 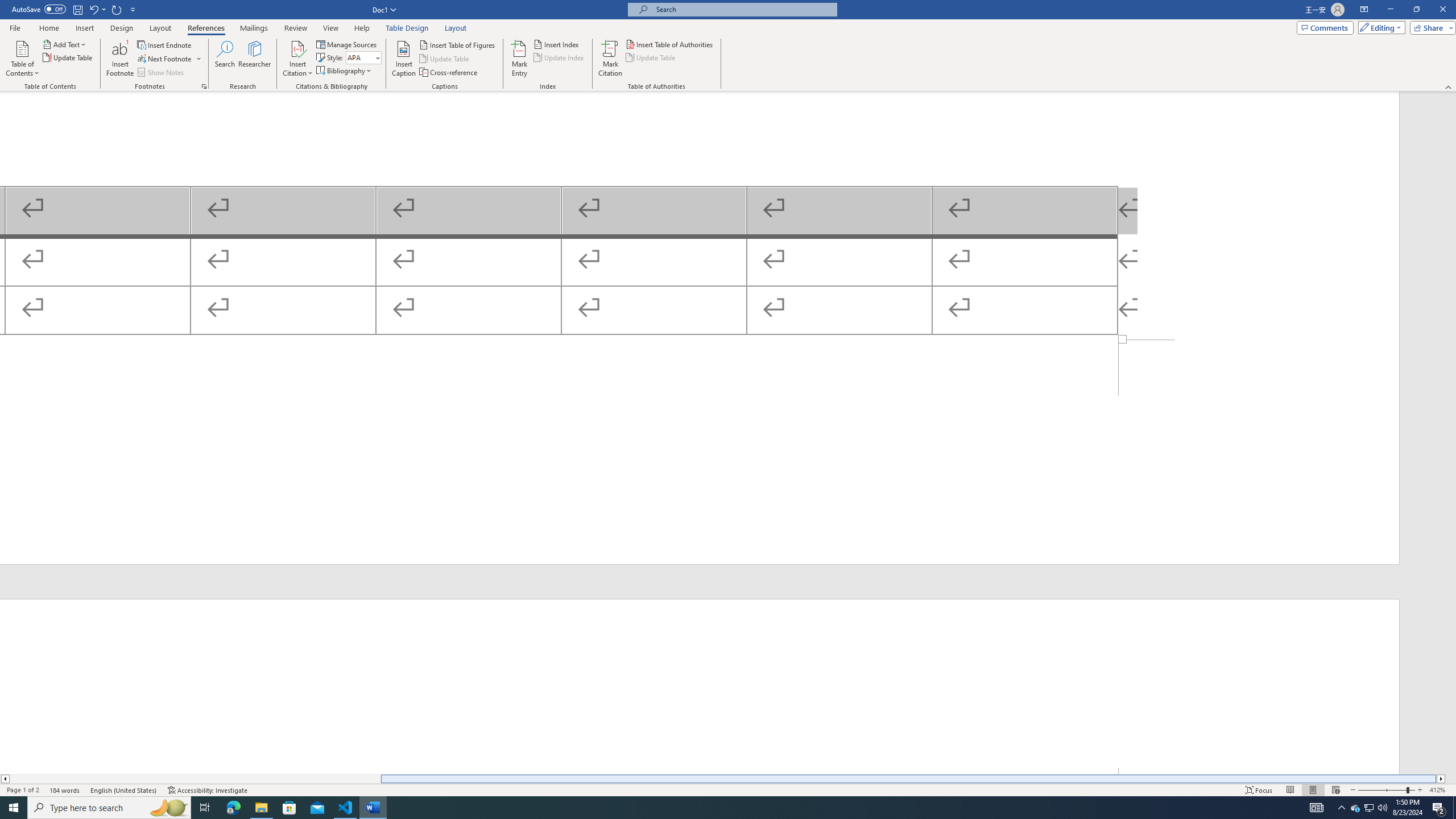 I want to click on 'Page Number Page 1 of 2', so click(x=23, y=790).